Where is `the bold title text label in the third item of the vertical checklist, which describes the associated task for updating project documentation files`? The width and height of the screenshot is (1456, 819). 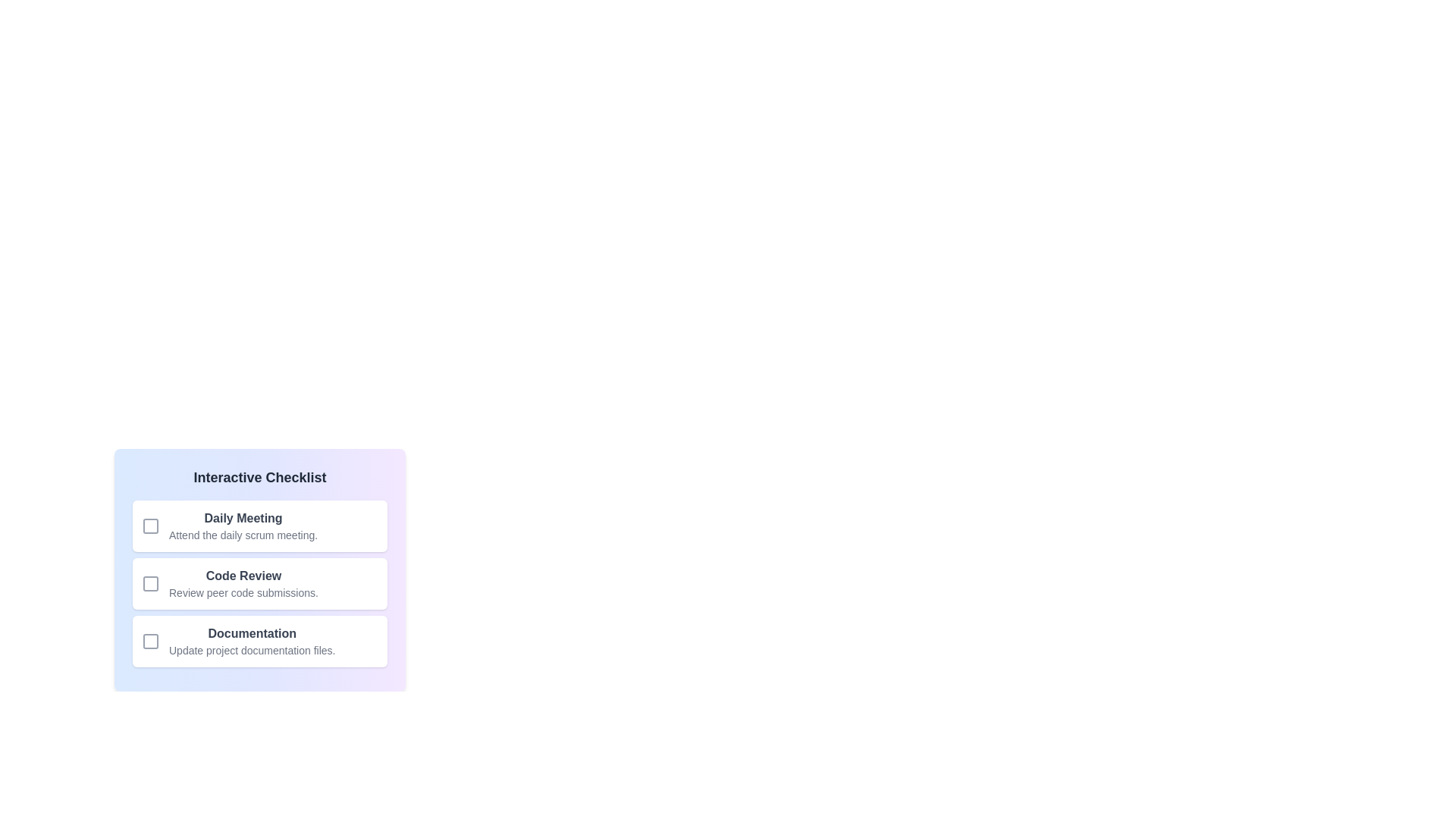
the bold title text label in the third item of the vertical checklist, which describes the associated task for updating project documentation files is located at coordinates (252, 634).